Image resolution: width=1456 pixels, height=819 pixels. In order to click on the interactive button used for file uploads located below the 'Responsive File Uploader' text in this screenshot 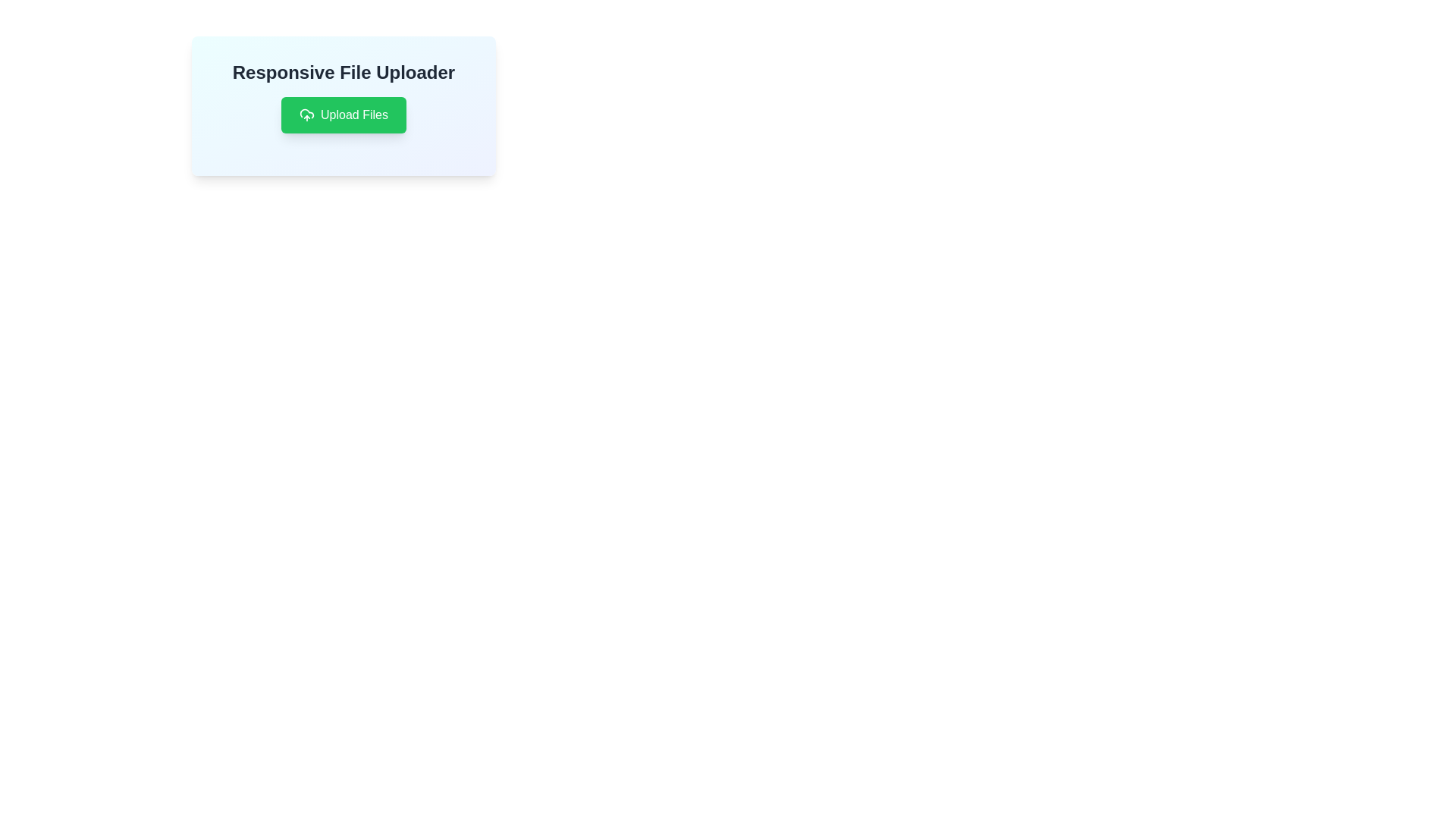, I will do `click(343, 114)`.